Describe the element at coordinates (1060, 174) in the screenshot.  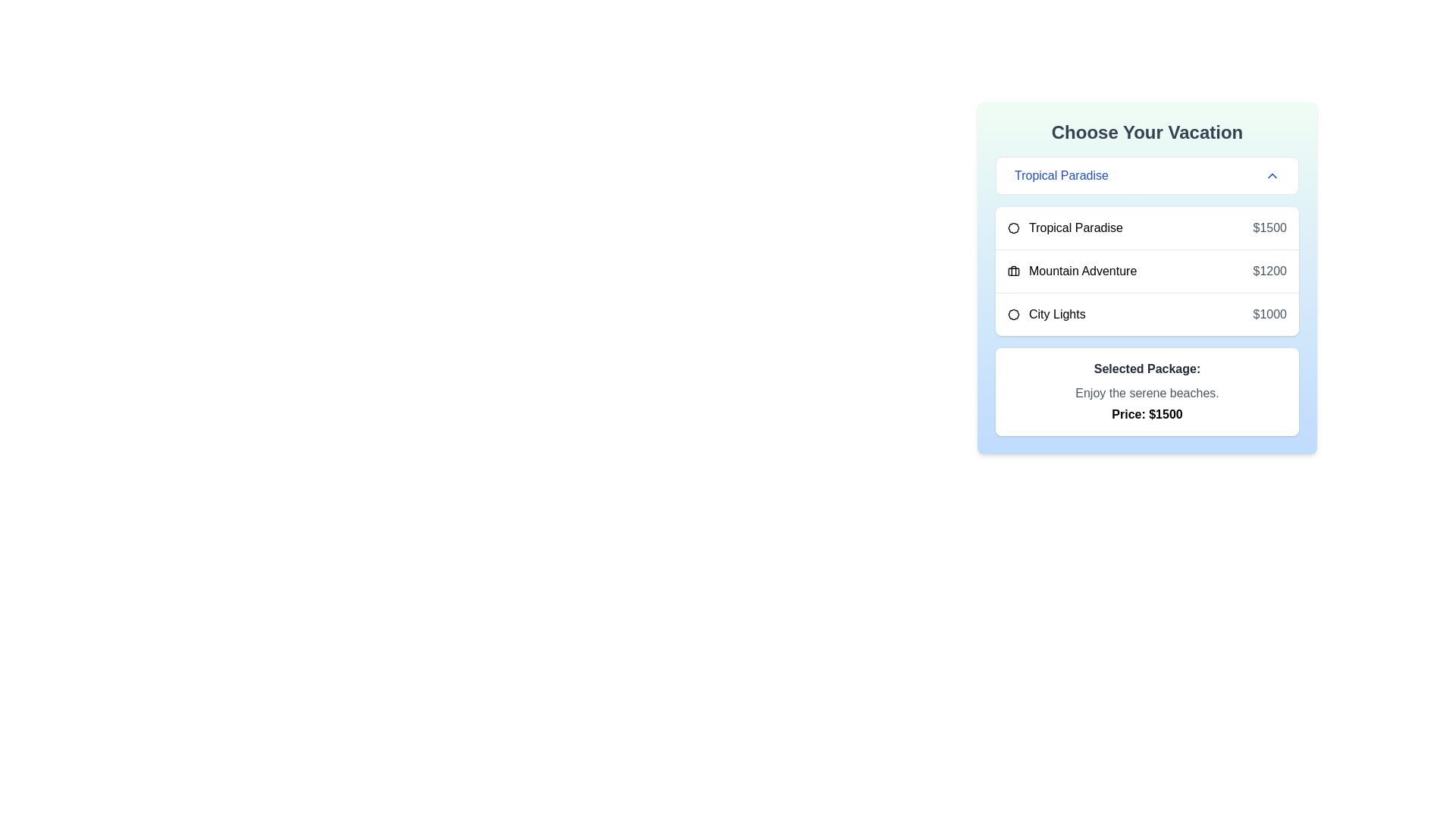
I see `the text label displaying 'Tropical Paradise' in blue font, which is part of a selectable area for a dropdown interface` at that location.